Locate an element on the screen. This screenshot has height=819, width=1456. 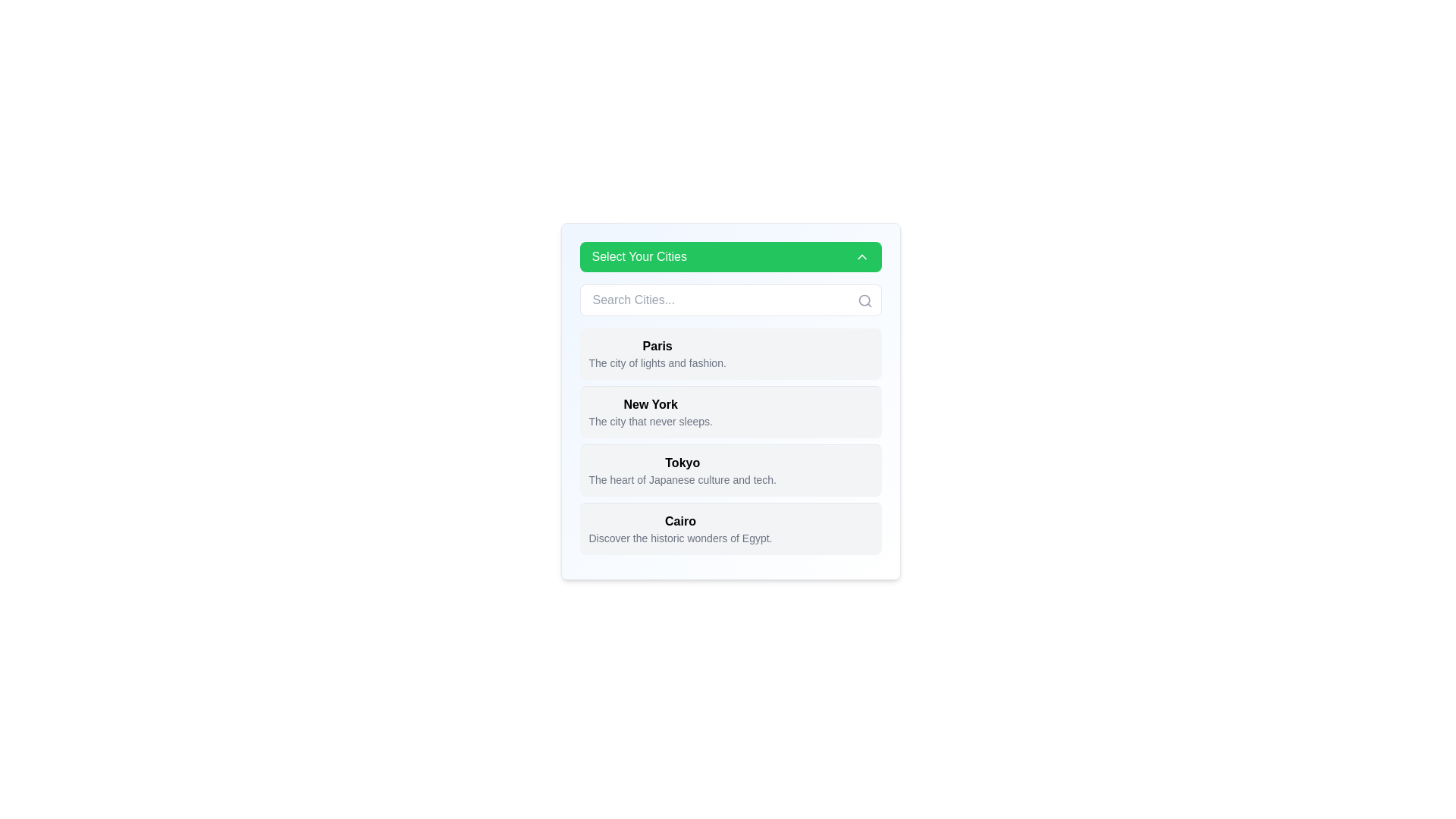
the heading or label representing the city 'Paris' is located at coordinates (657, 346).